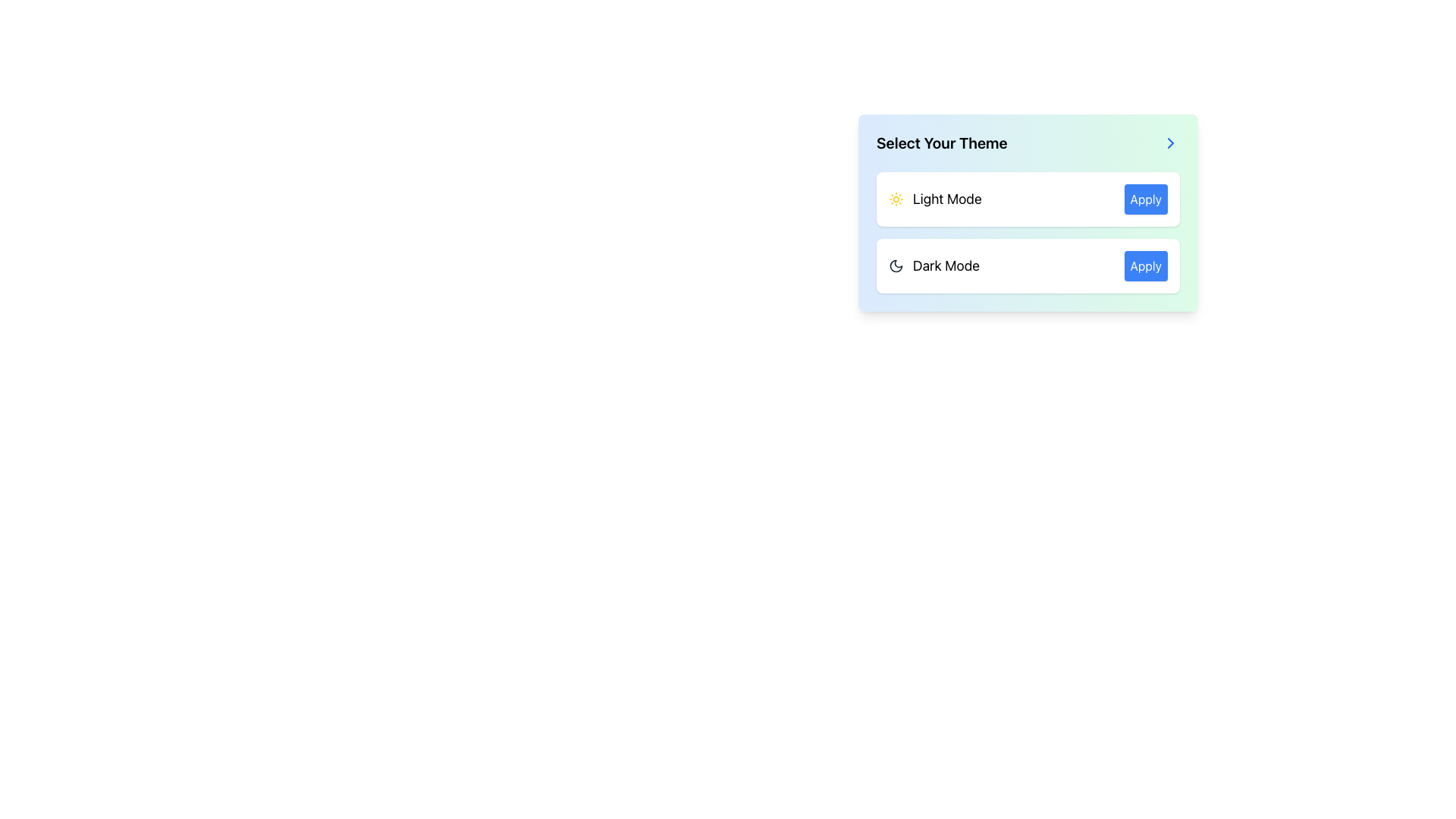  I want to click on the 'Dark Mode' icon located to the left of the 'Dark Mode' text label, which is in the theme options selection row, so click(896, 265).